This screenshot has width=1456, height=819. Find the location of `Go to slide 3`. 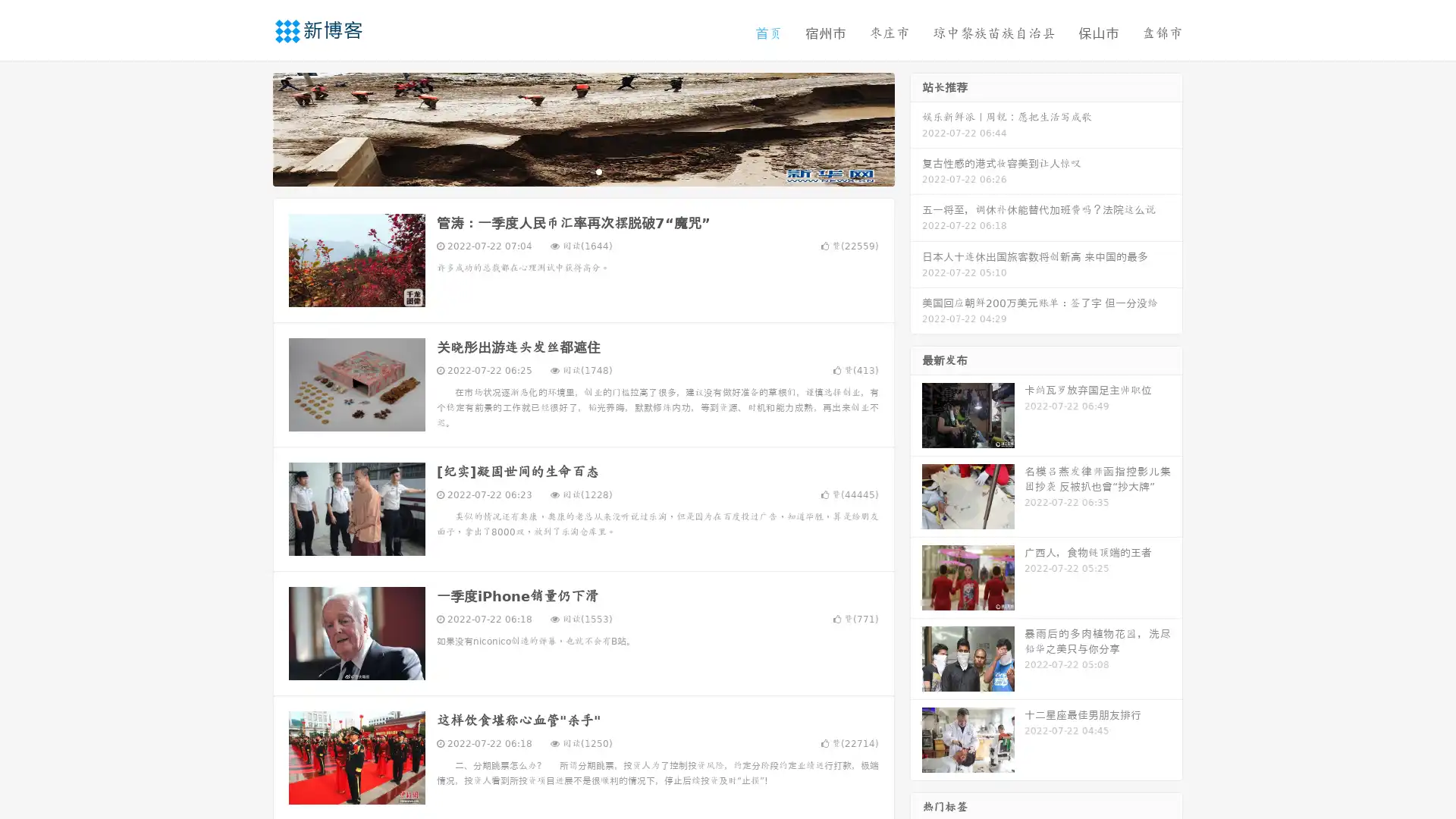

Go to slide 3 is located at coordinates (598, 171).